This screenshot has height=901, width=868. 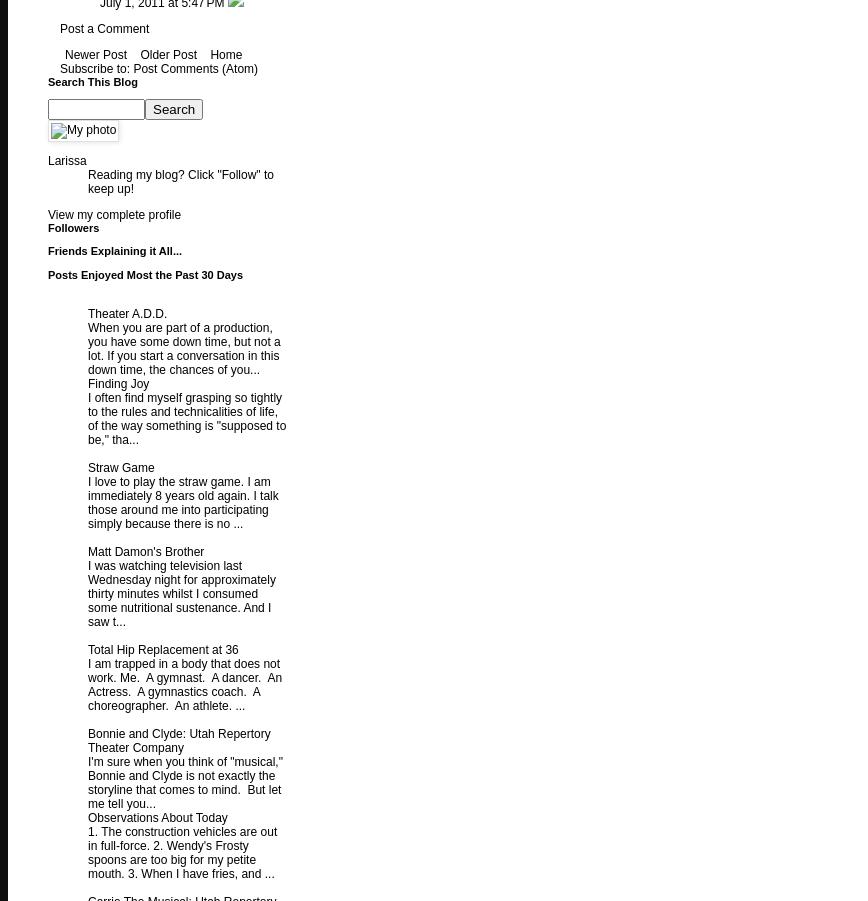 What do you see at coordinates (182, 503) in the screenshot?
I see `'I love to play the straw game.   I am immediately 8 years old again.   I talk those around me into participating simply because there is no ...'` at bounding box center [182, 503].